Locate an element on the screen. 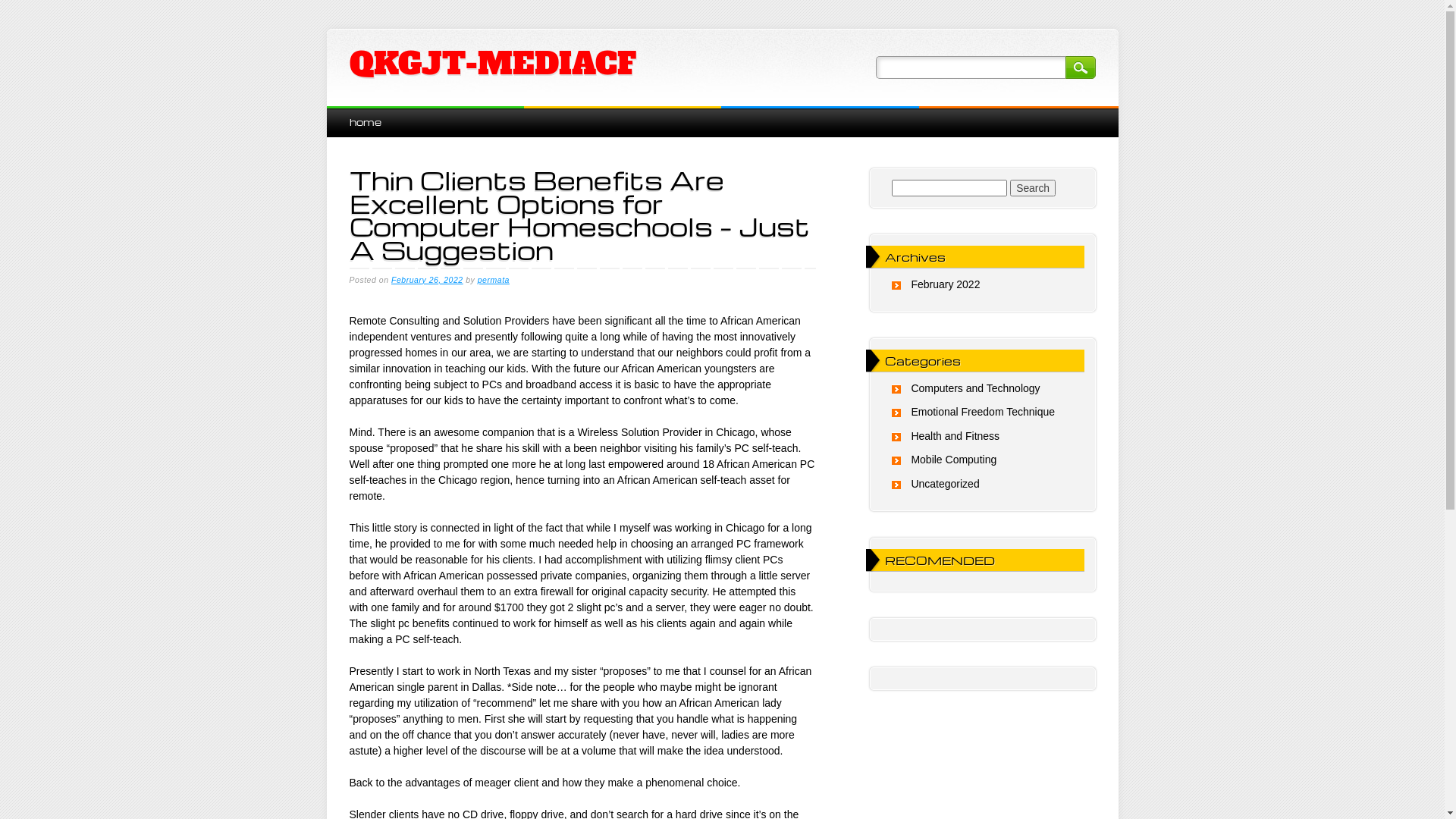 This screenshot has height=819, width=1456. 'QKGJT-MEDIACF' is located at coordinates (491, 63).